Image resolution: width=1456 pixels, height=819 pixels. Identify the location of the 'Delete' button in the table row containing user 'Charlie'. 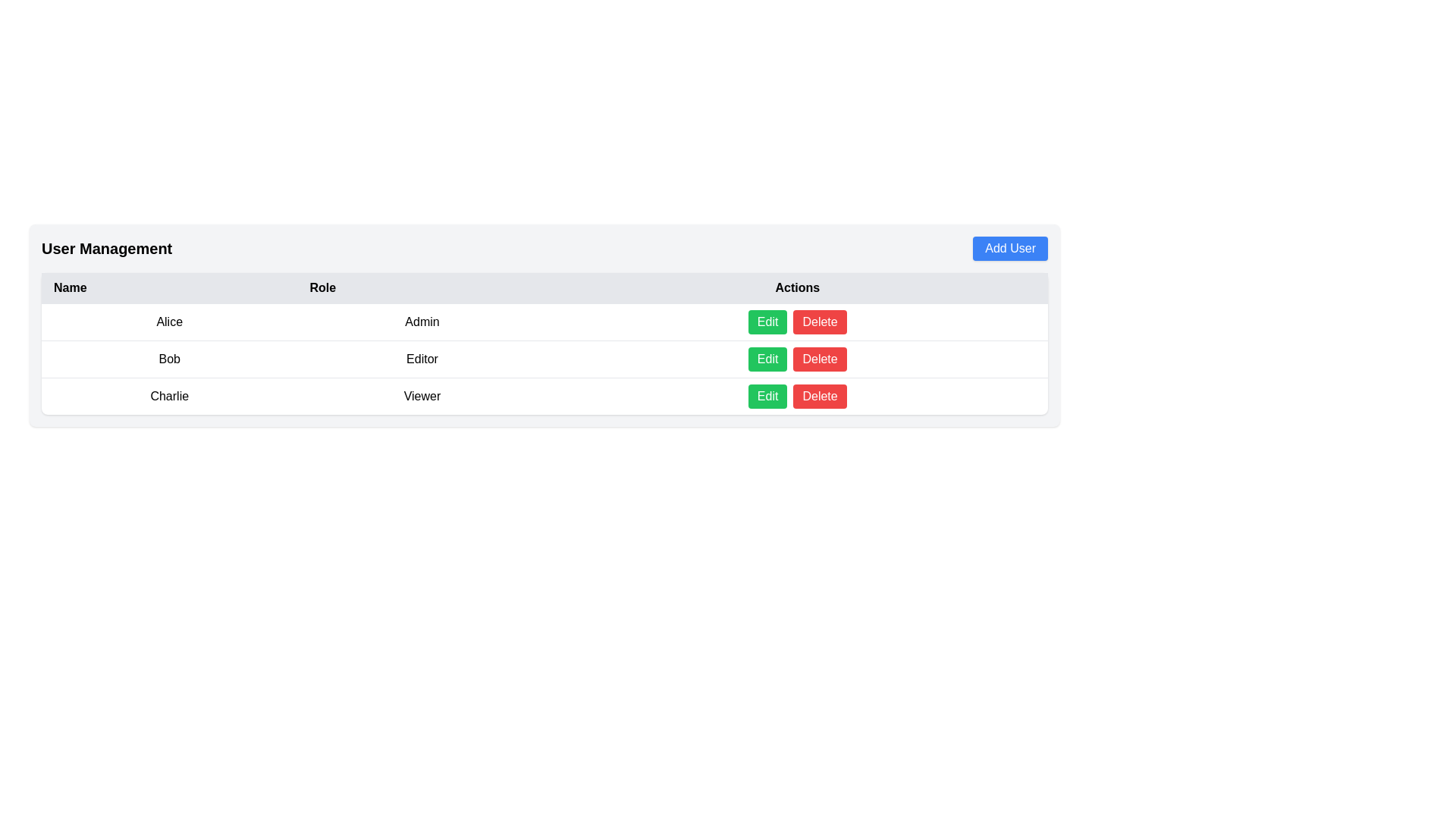
(544, 395).